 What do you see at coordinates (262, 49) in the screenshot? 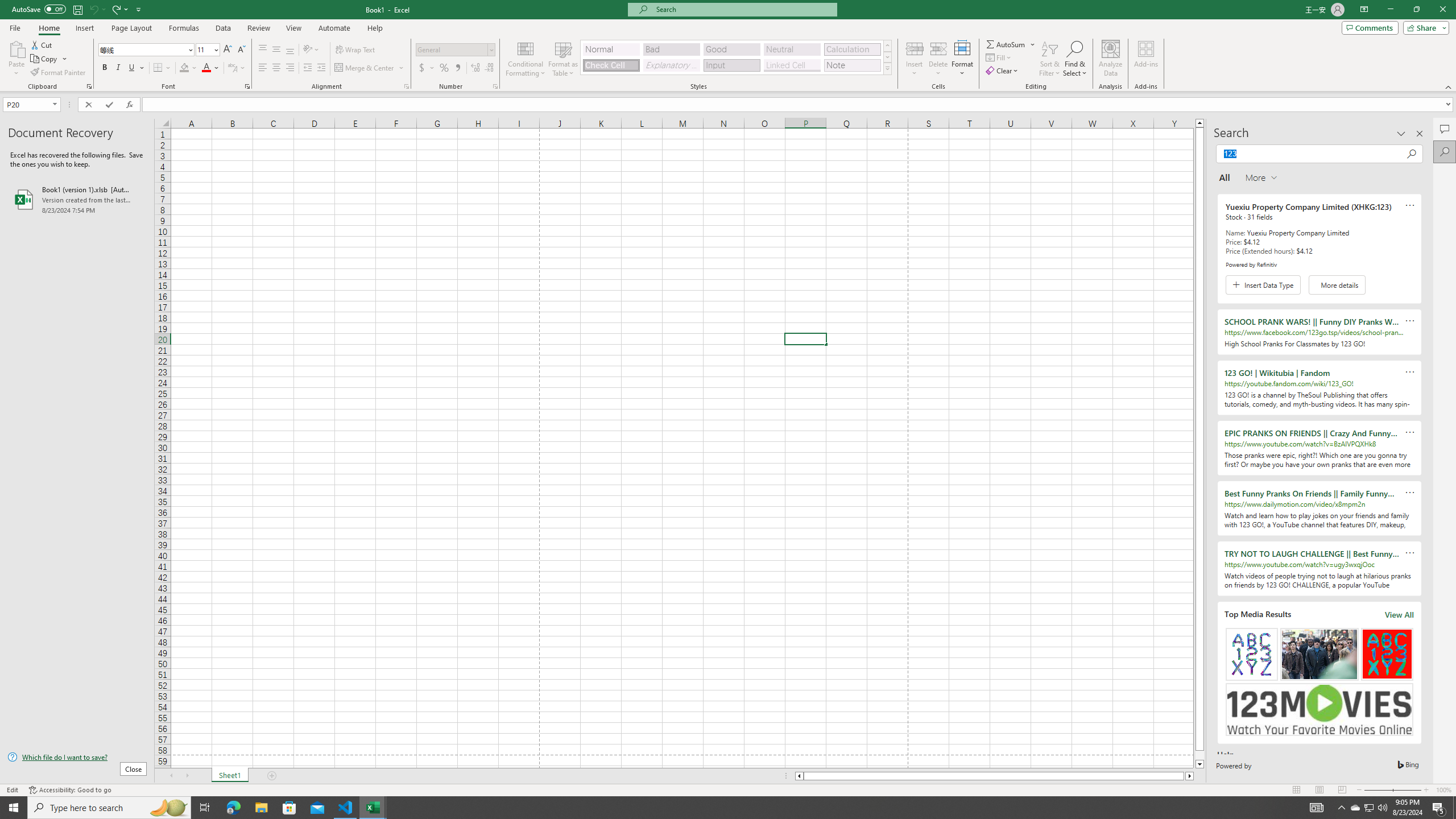
I see `'Top Align'` at bounding box center [262, 49].